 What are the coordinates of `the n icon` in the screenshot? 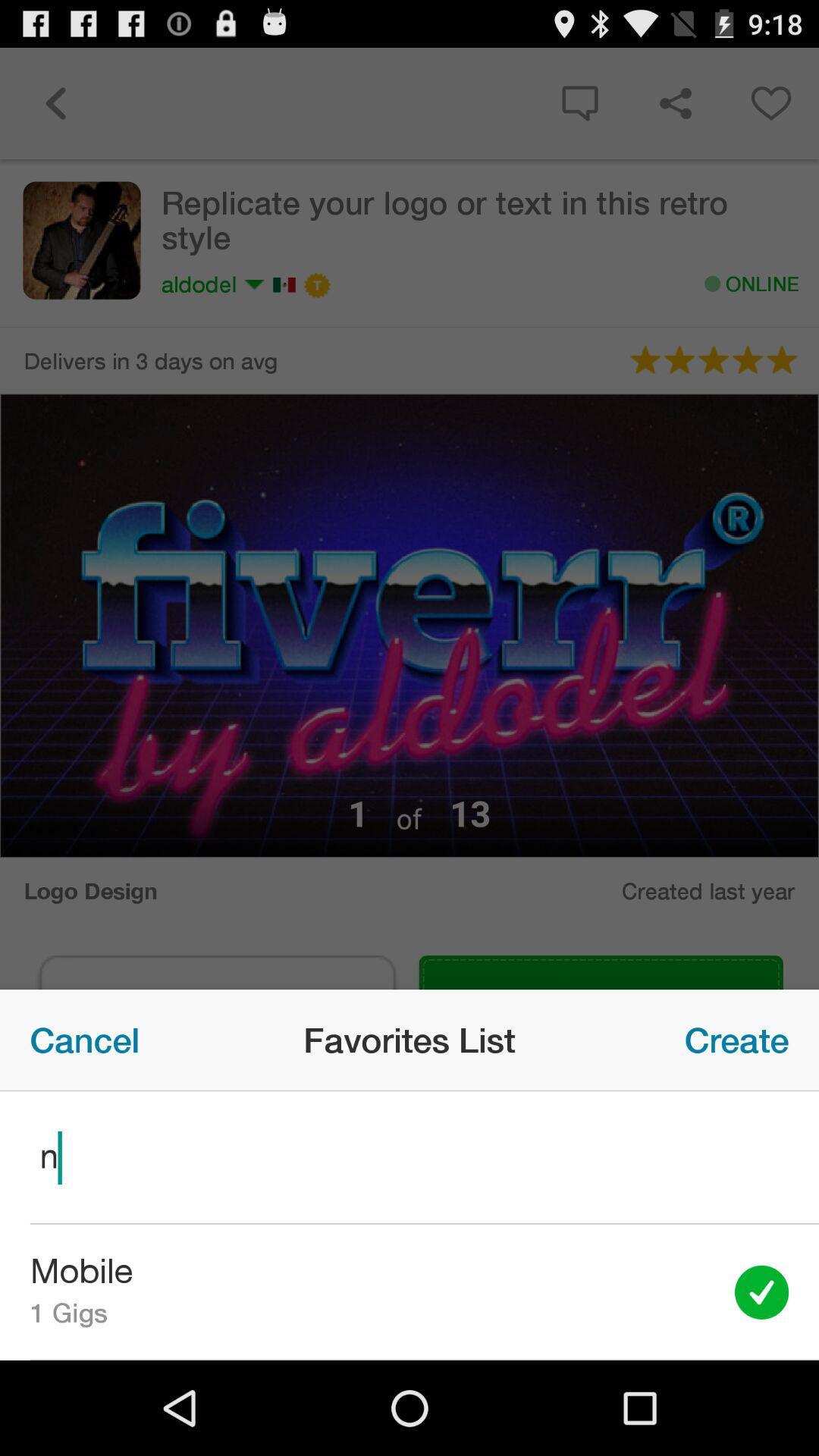 It's located at (409, 1156).